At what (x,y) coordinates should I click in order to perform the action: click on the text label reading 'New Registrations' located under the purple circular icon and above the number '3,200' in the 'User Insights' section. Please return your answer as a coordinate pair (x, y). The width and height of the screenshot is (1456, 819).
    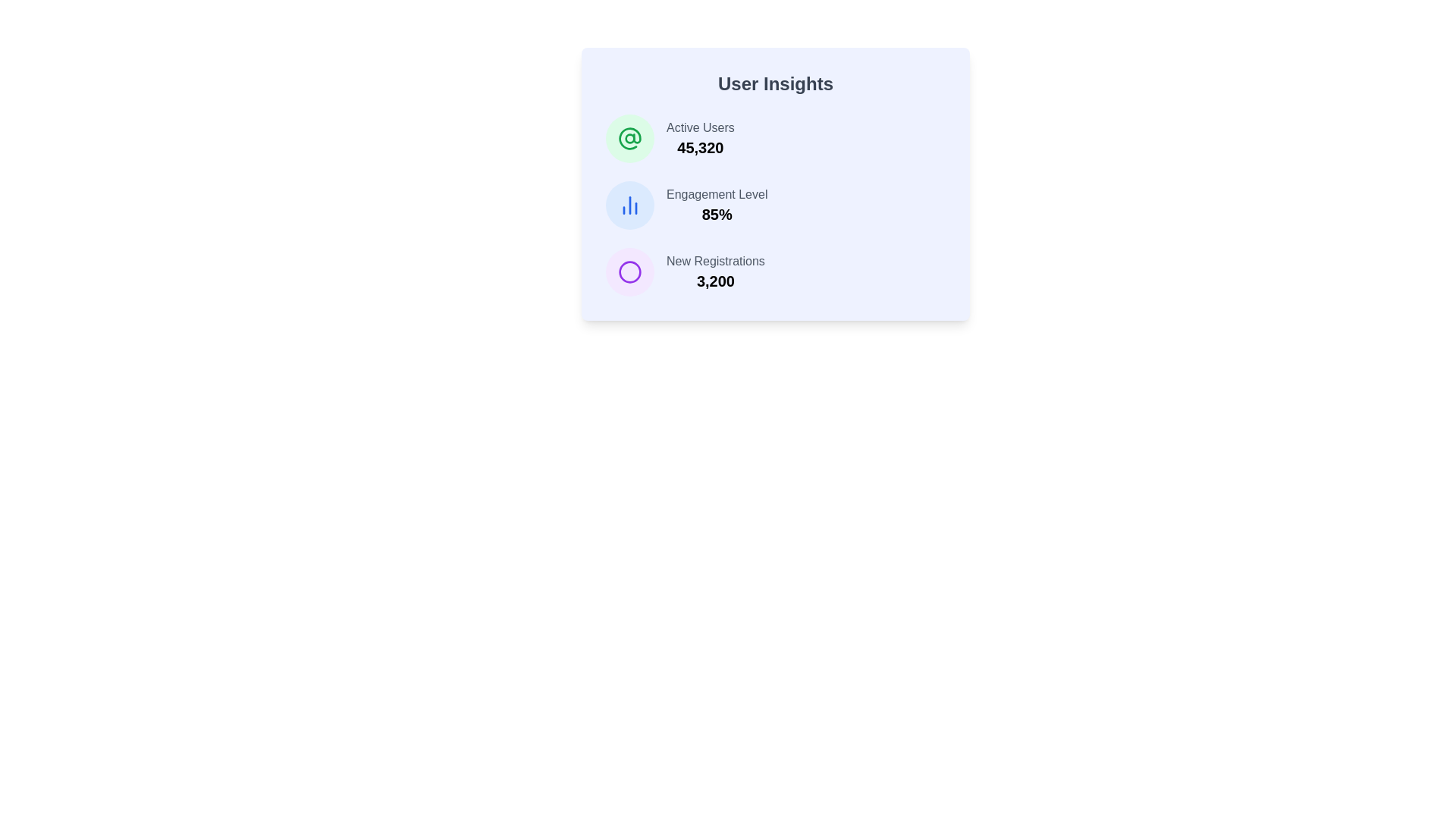
    Looking at the image, I should click on (714, 260).